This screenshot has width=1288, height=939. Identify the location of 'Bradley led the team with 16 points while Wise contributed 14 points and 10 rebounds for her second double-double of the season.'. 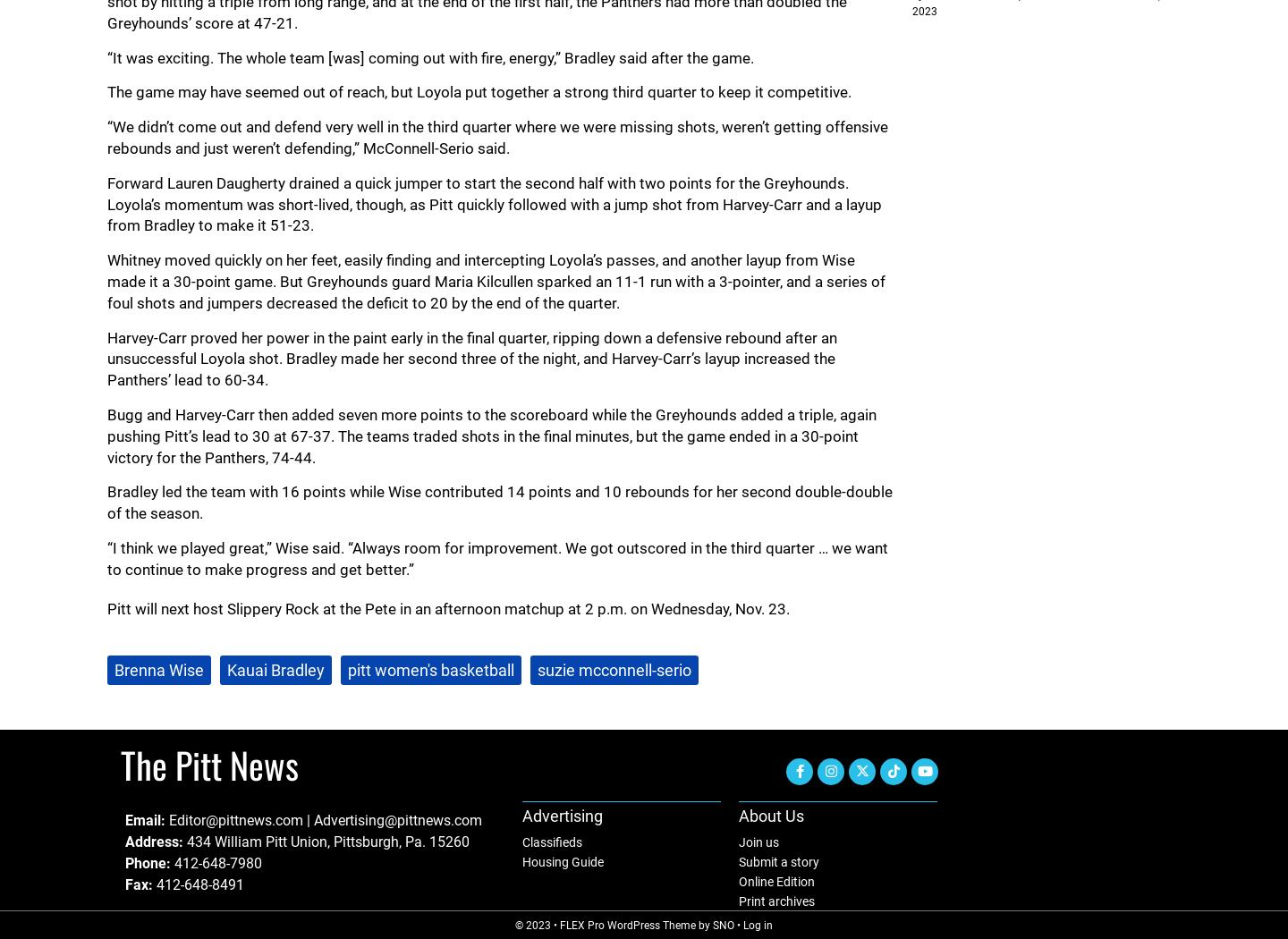
(500, 502).